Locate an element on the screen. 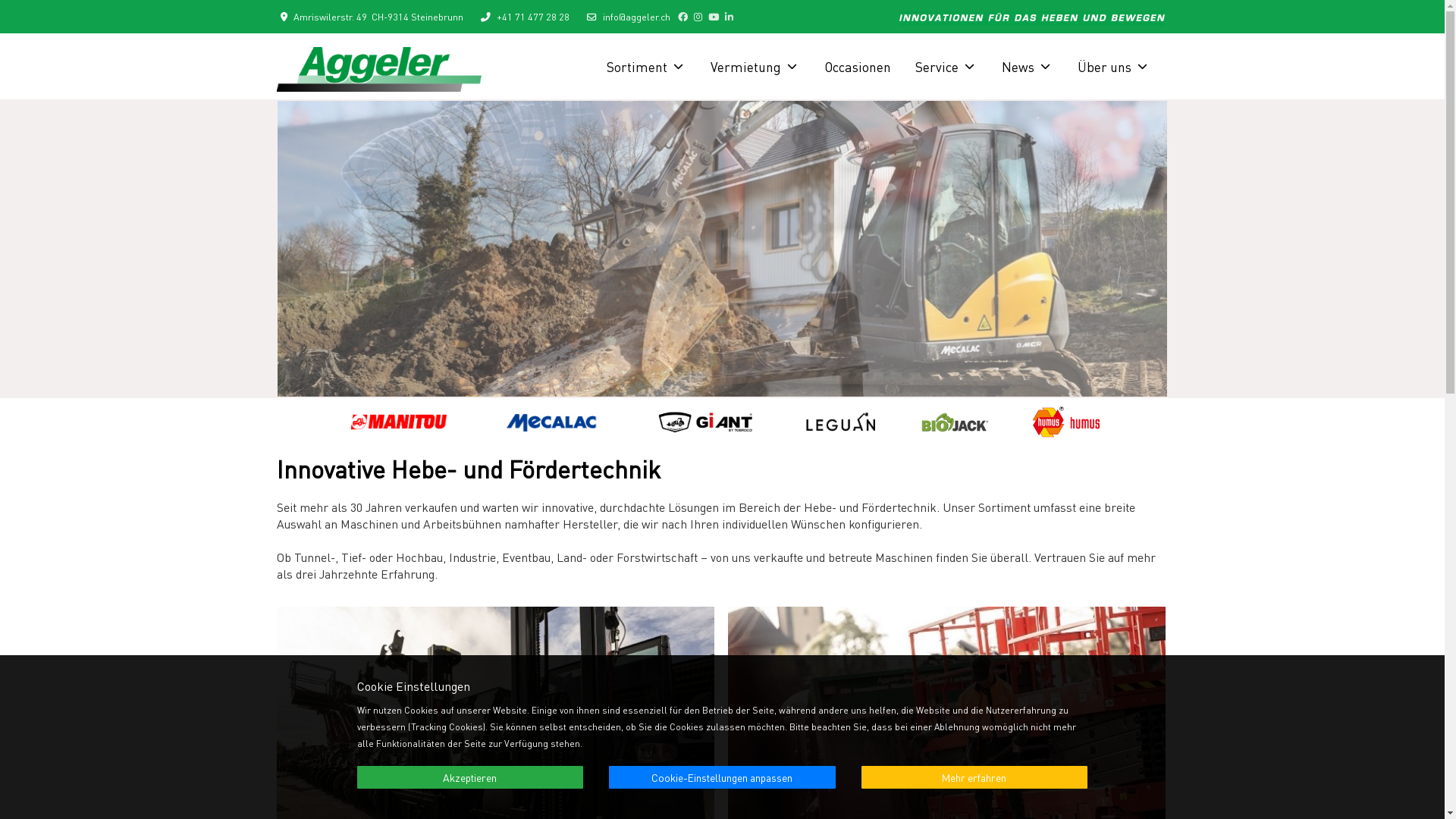  'Facebook' is located at coordinates (676, 17).